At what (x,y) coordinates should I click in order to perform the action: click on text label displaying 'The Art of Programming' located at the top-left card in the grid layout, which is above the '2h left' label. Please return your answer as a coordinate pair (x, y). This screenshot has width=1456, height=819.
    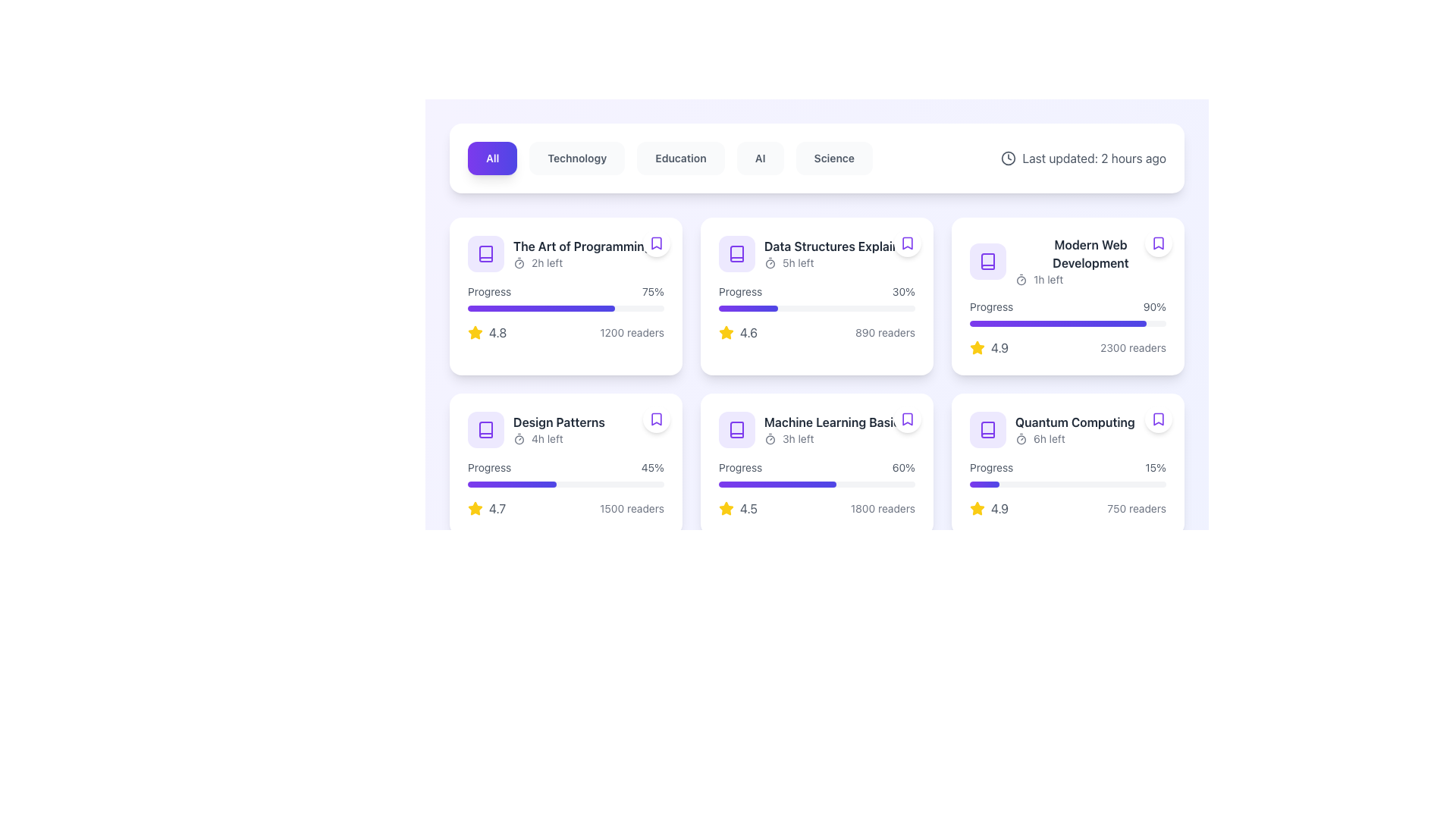
    Looking at the image, I should click on (582, 245).